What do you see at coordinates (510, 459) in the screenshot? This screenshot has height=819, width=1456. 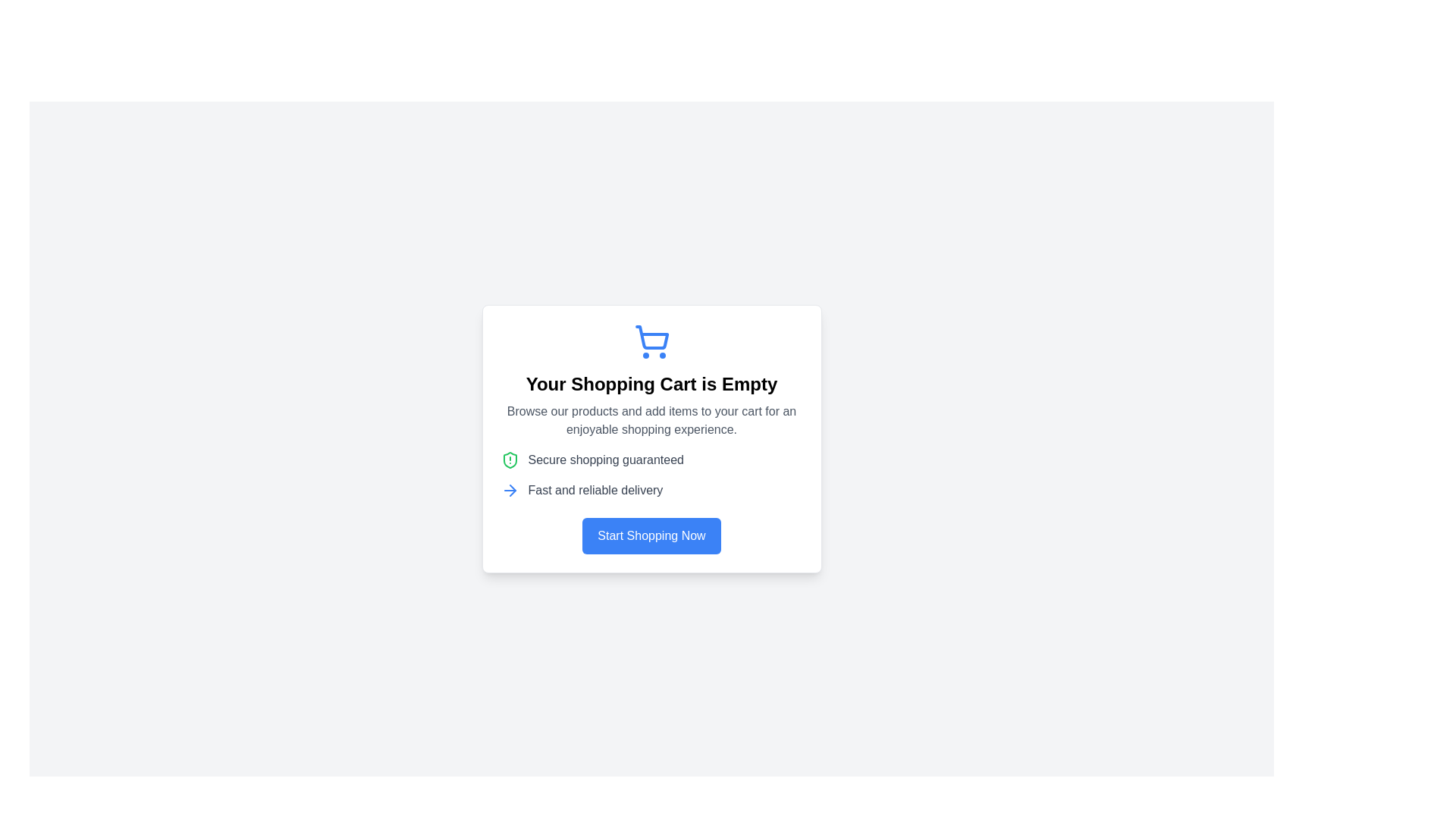 I see `the green shield icon that indicates an alert or notification, located to the left of the text 'Secure shopping guaranteed'` at bounding box center [510, 459].